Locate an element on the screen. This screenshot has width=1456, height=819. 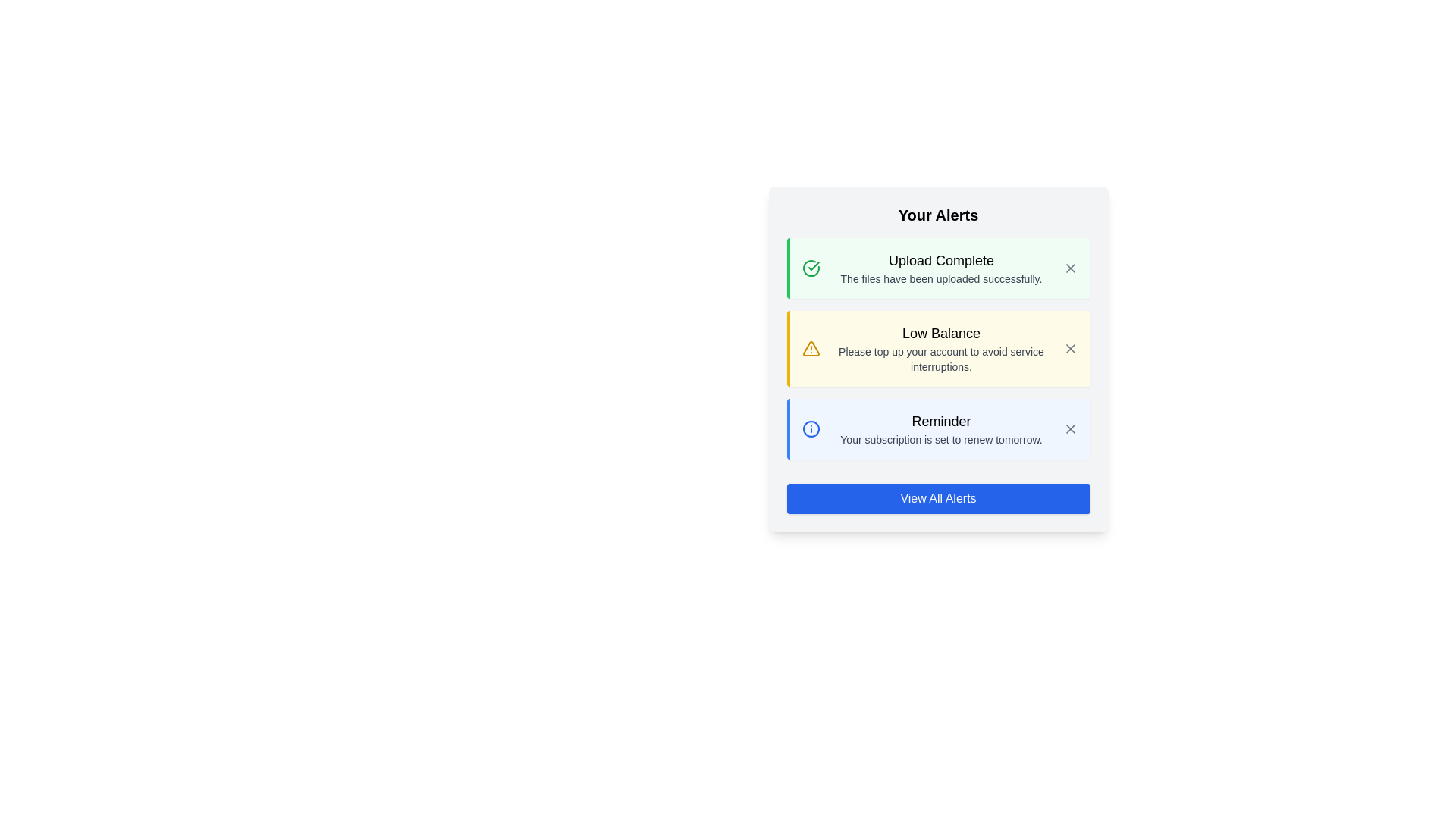
the green checkmark icon with a white background located in the 'Upload Complete' alert box at the top-left corner is located at coordinates (810, 268).